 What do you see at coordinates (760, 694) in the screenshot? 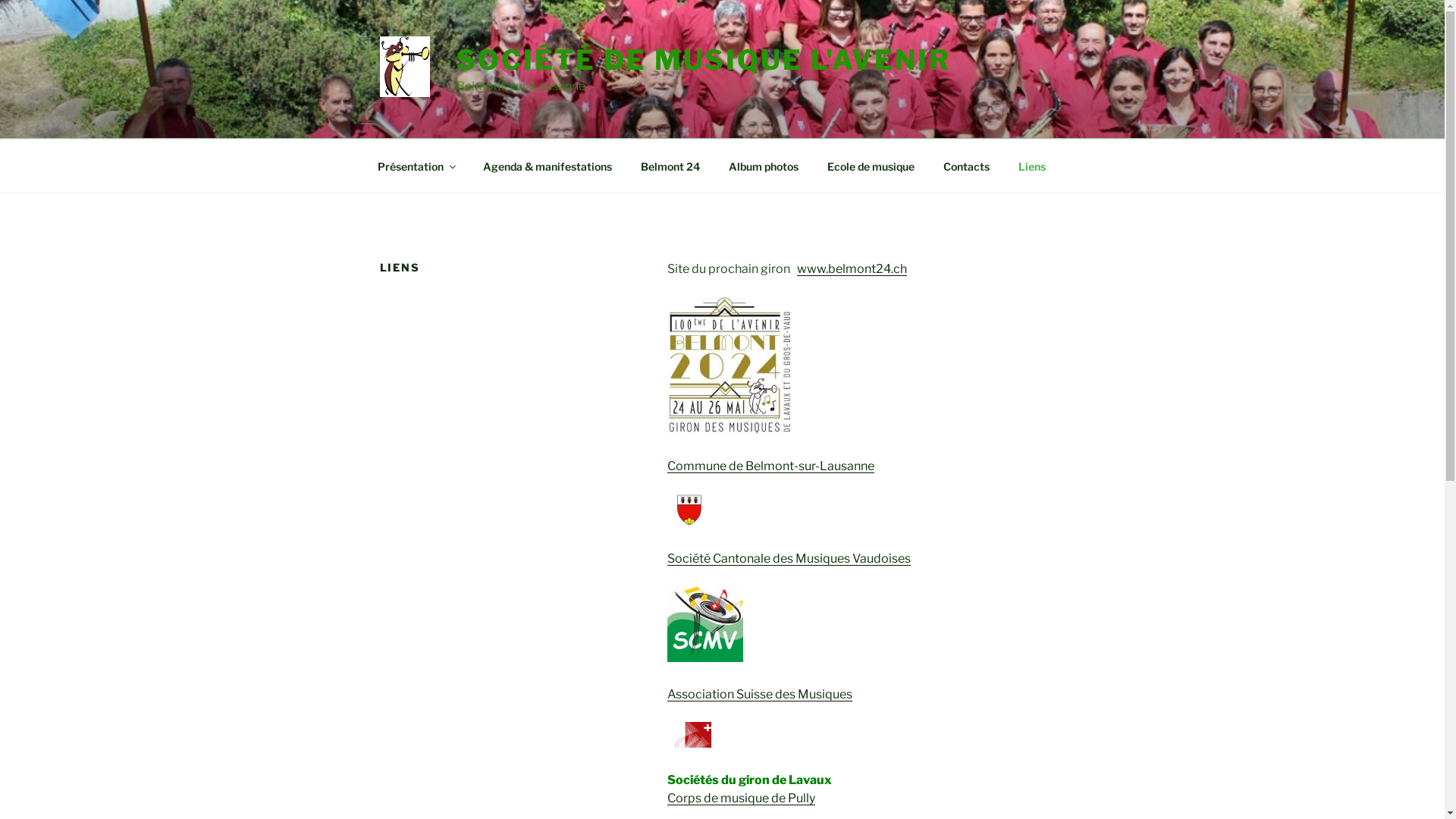
I see `'Association Suisse des Musiques'` at bounding box center [760, 694].